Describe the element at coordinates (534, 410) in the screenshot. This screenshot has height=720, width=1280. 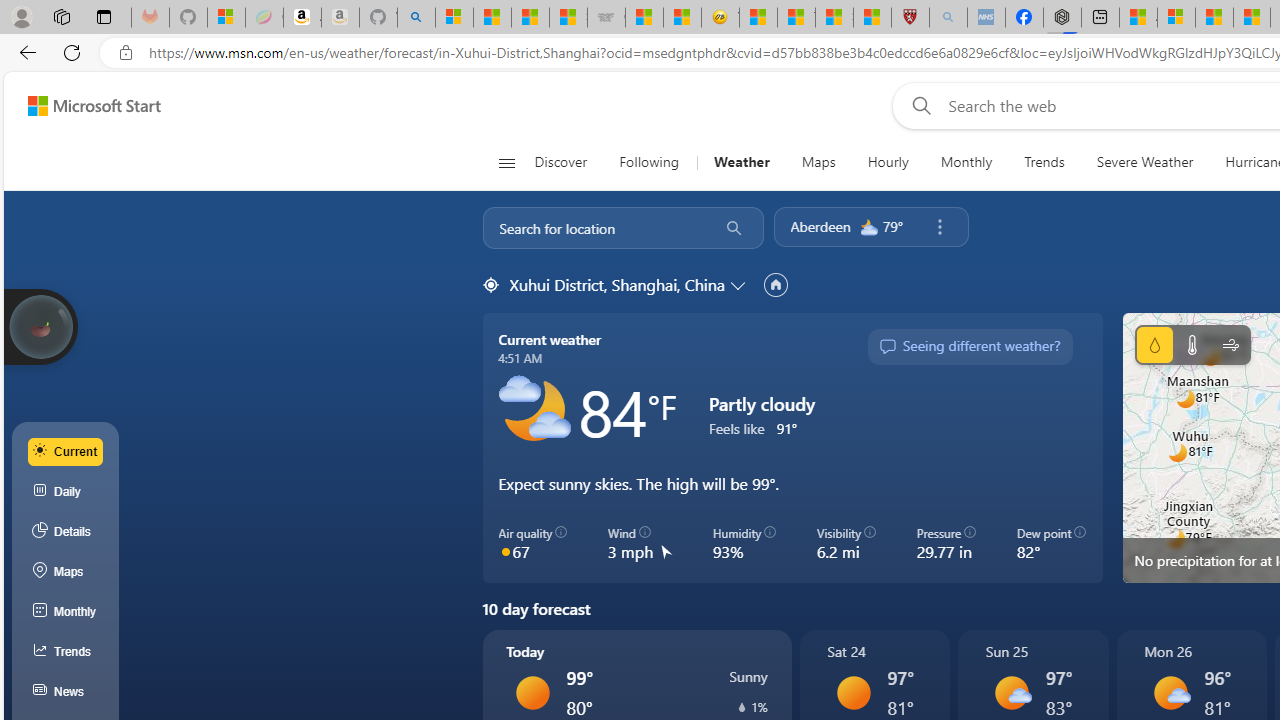
I see `'Partly cloudy'` at that location.